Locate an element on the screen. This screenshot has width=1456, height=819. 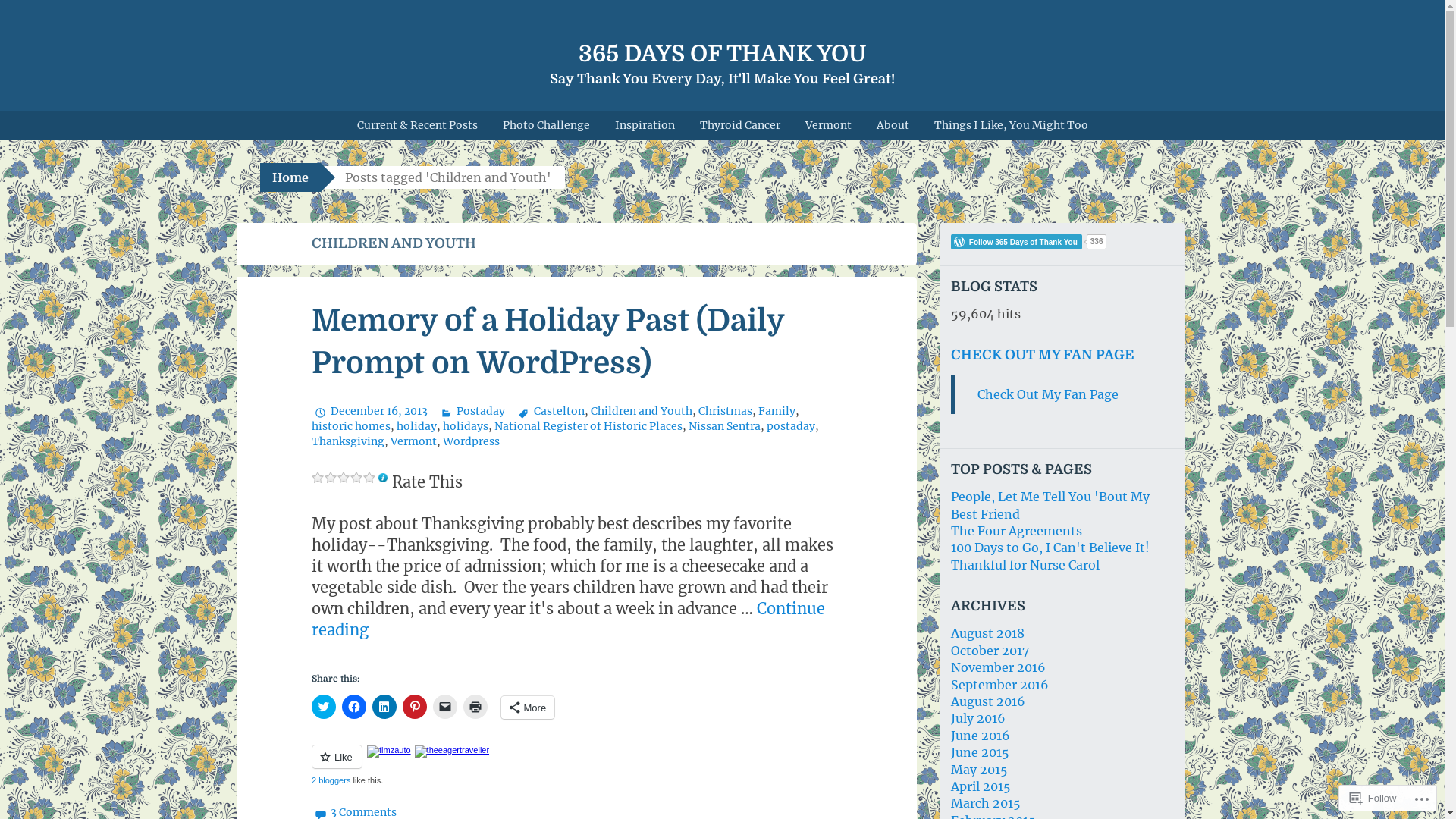
'People, Let Me Tell You 'Bout My Best Friend' is located at coordinates (1050, 505).